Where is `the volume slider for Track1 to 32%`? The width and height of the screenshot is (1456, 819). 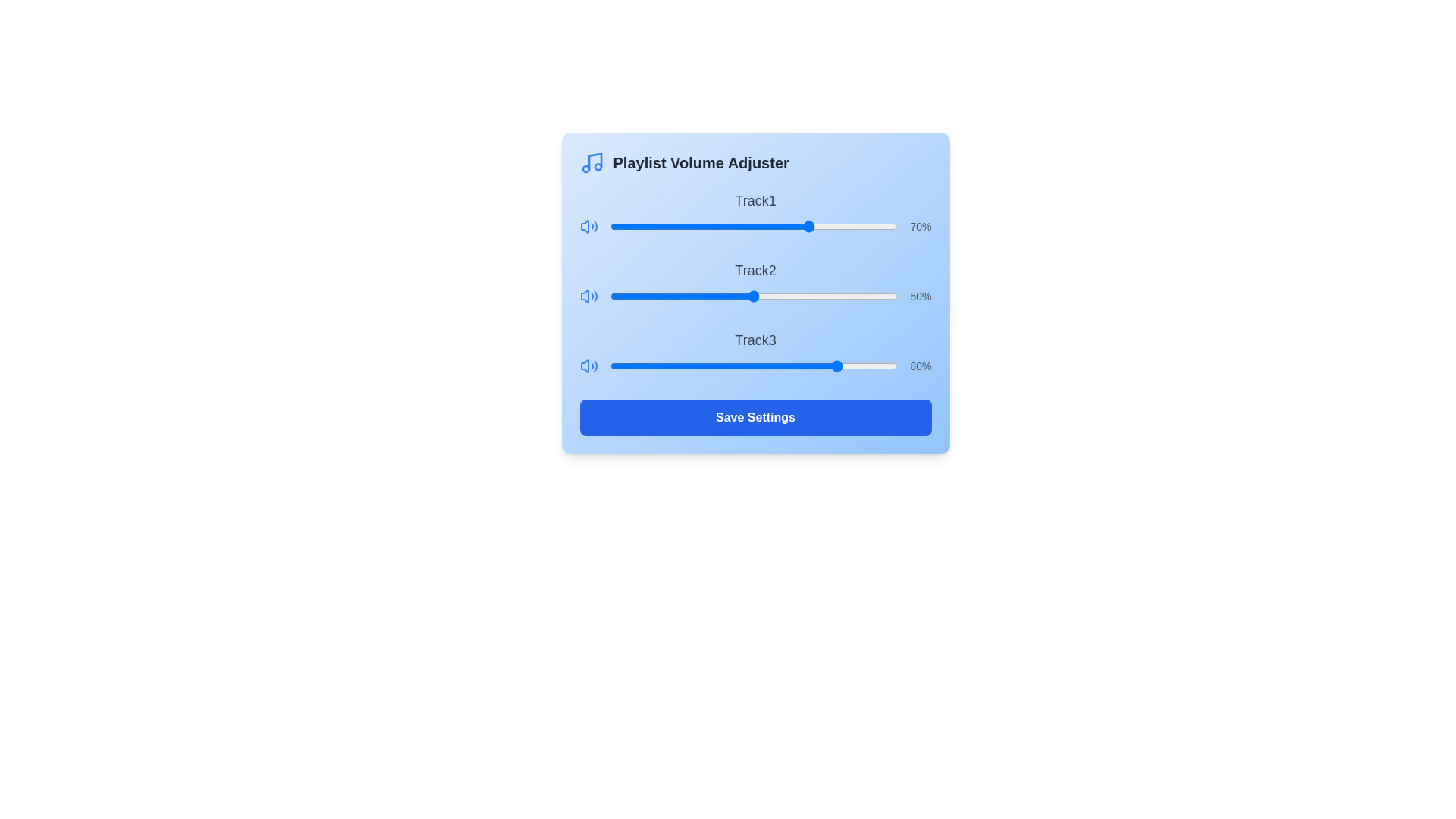 the volume slider for Track1 to 32% is located at coordinates (701, 227).